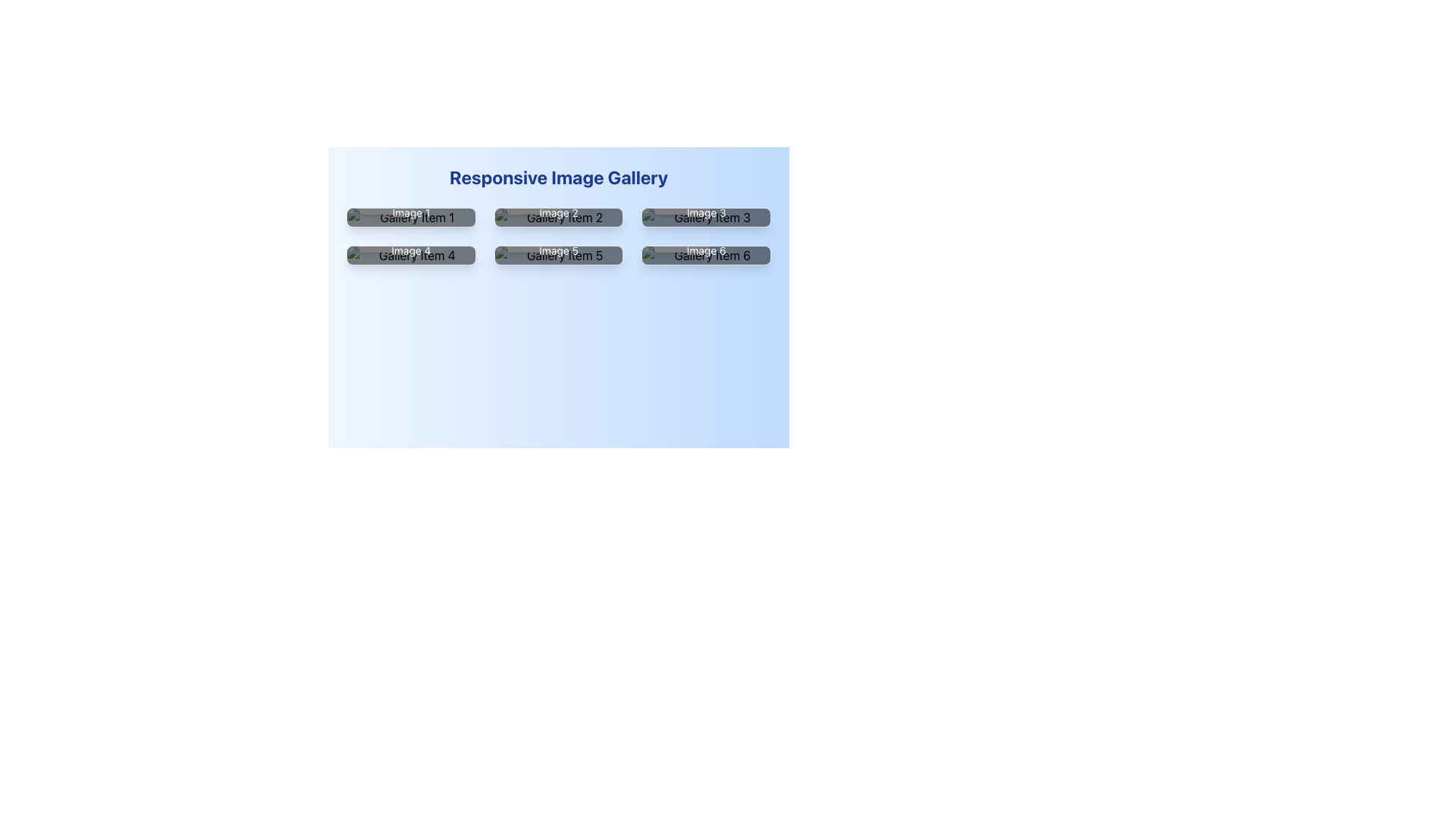  I want to click on the image placeholder labeled 'Gallery Item 5', which is positioned in the bottom-center cell of the 2x3 grid layout, so click(557, 254).